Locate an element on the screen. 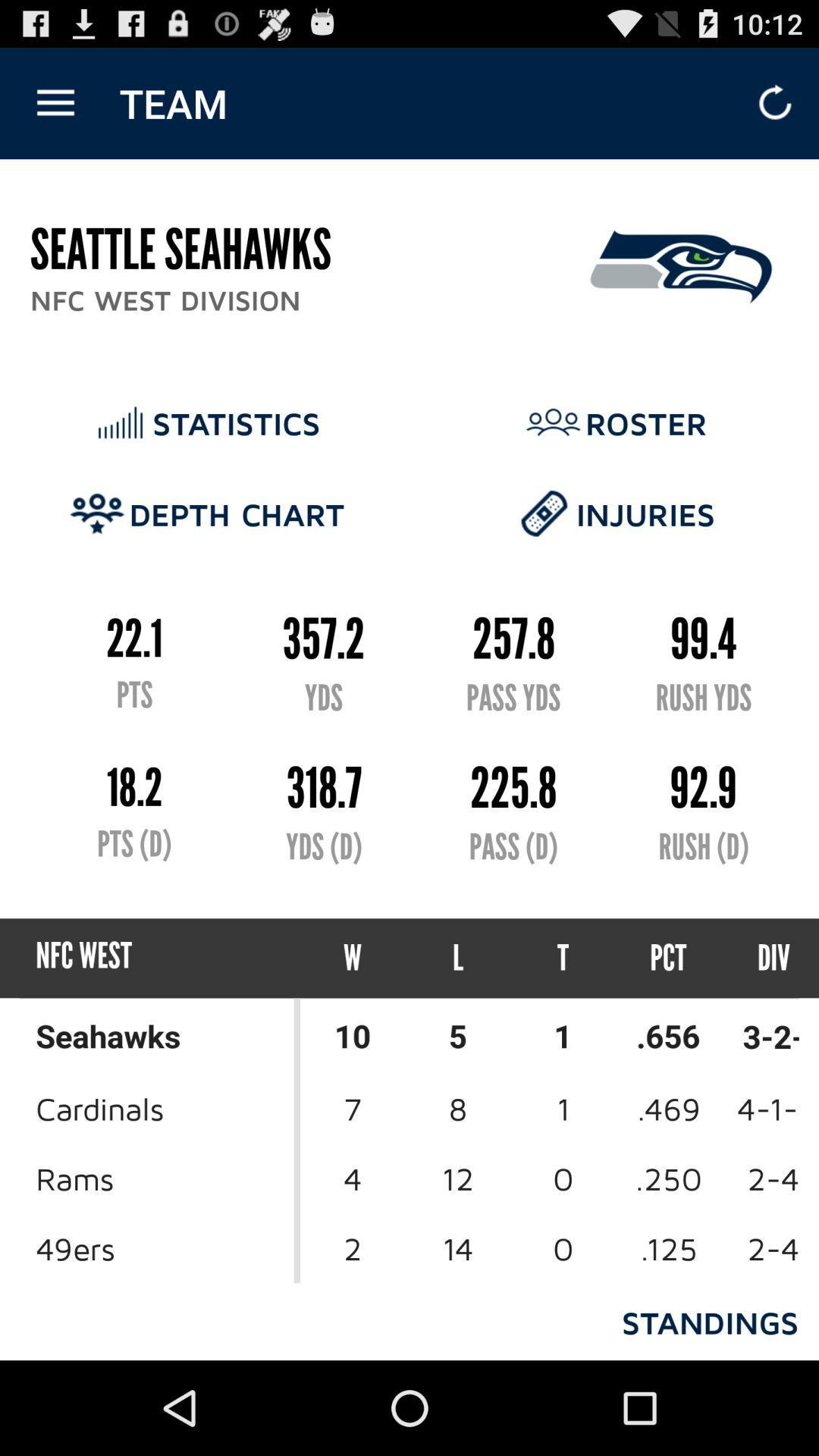 The width and height of the screenshot is (819, 1456). icon to the right of t icon is located at coordinates (667, 957).